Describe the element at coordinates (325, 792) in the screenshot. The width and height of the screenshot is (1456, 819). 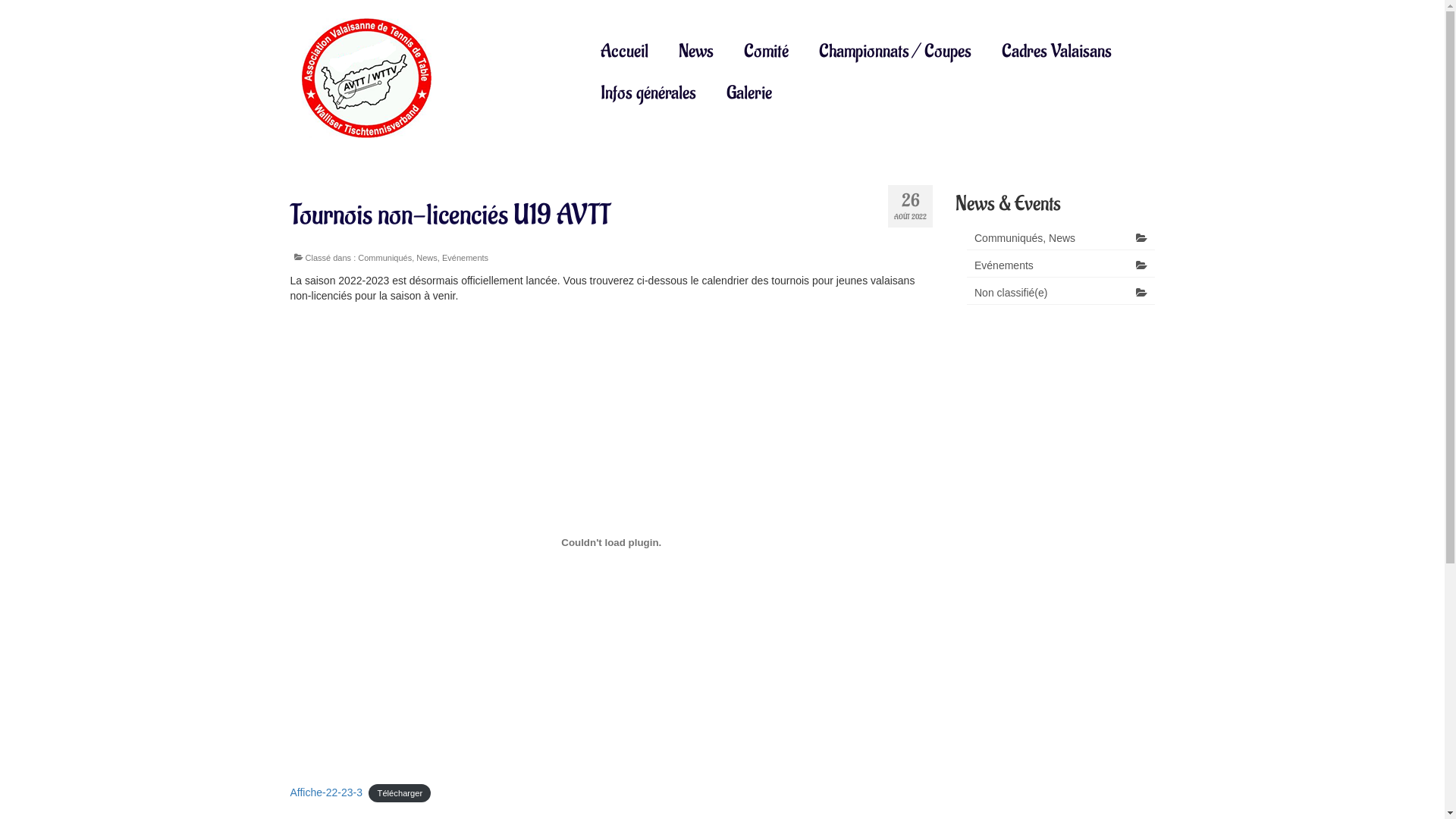
I see `'Affiche-22-23-3'` at that location.